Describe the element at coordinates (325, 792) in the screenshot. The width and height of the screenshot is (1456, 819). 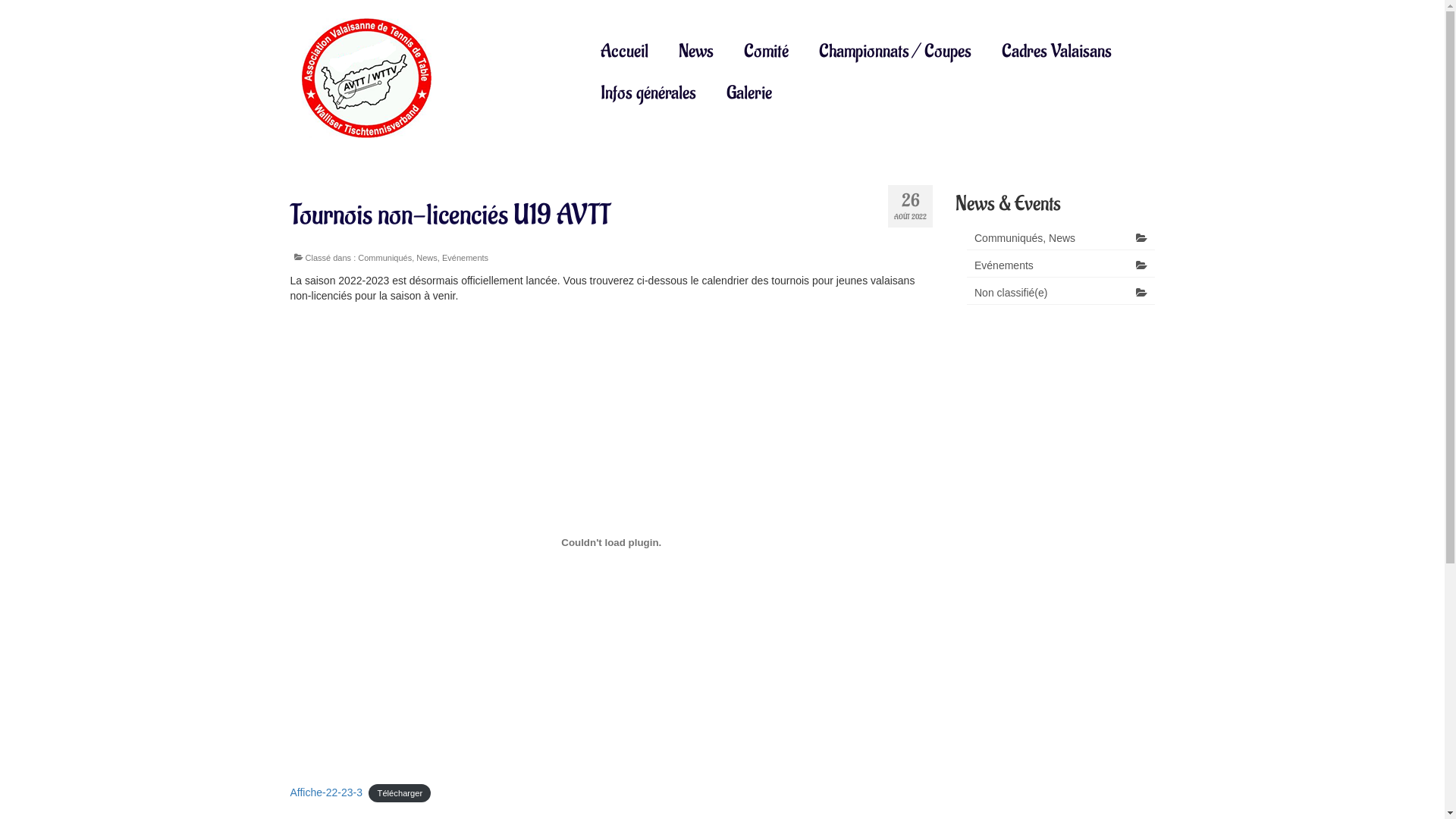
I see `'Affiche-22-23-3'` at that location.